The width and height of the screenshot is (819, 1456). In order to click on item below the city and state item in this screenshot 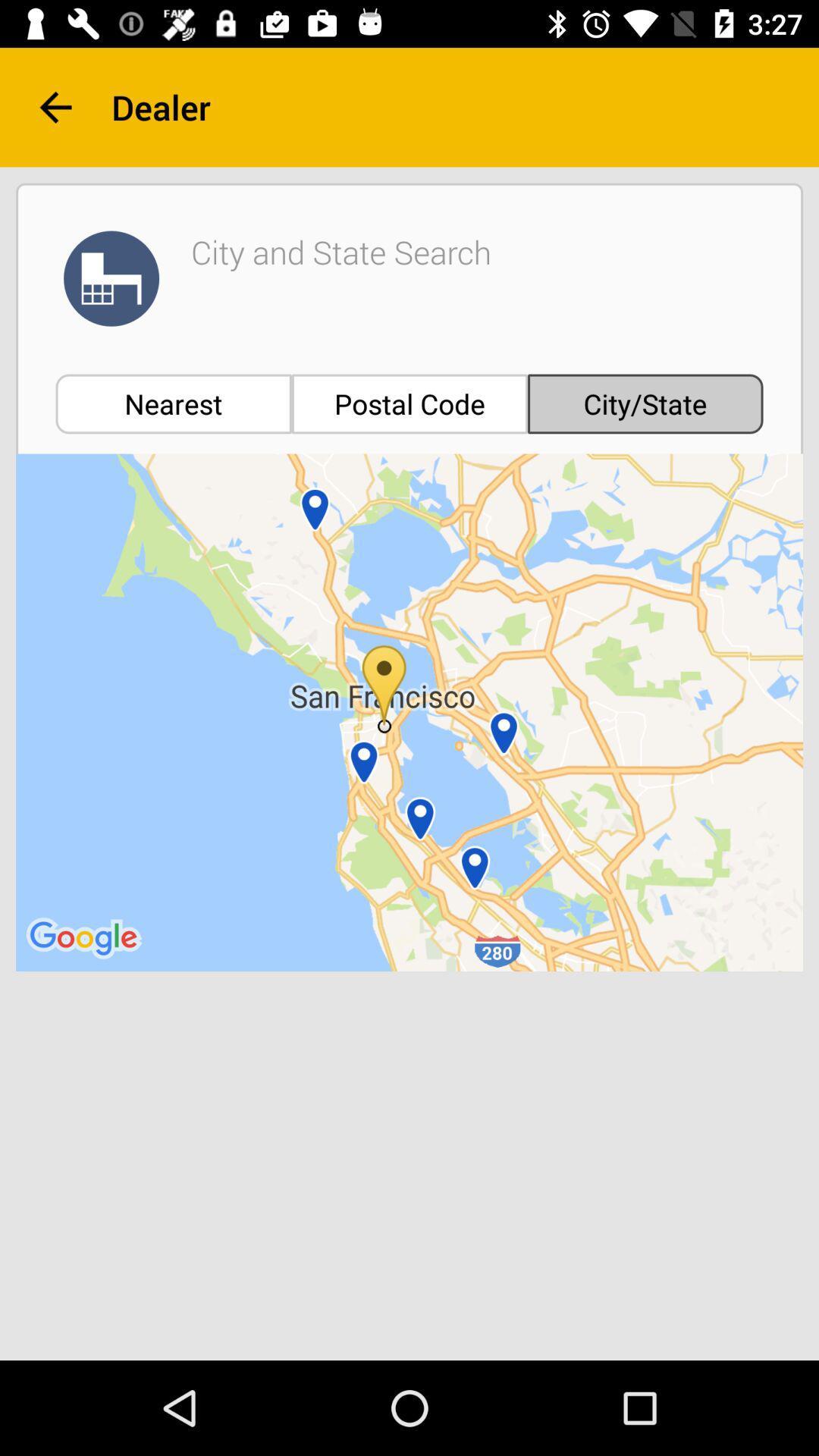, I will do `click(409, 403)`.